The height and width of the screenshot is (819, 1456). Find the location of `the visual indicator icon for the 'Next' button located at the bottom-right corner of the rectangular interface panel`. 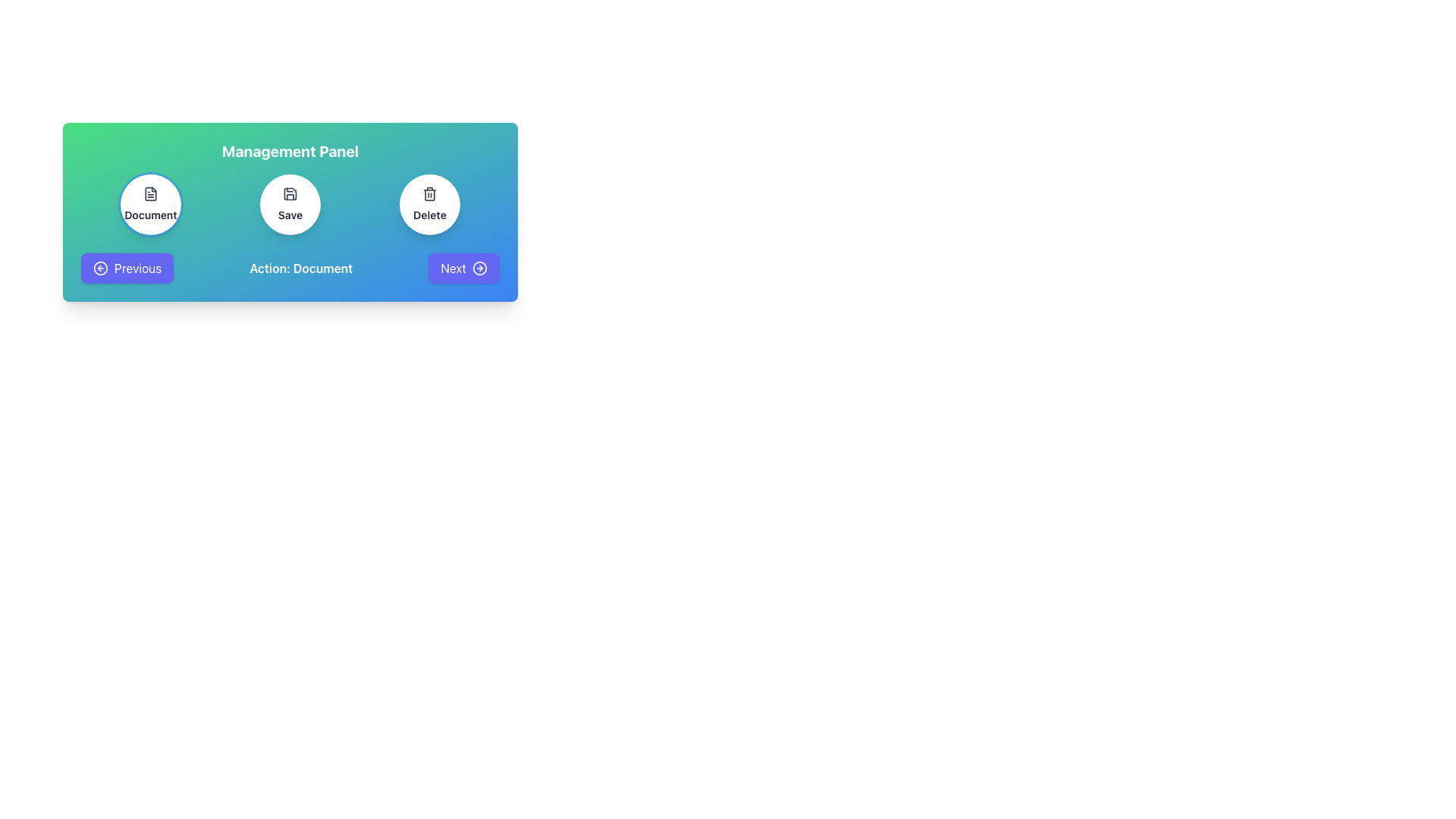

the visual indicator icon for the 'Next' button located at the bottom-right corner of the rectangular interface panel is located at coordinates (479, 268).